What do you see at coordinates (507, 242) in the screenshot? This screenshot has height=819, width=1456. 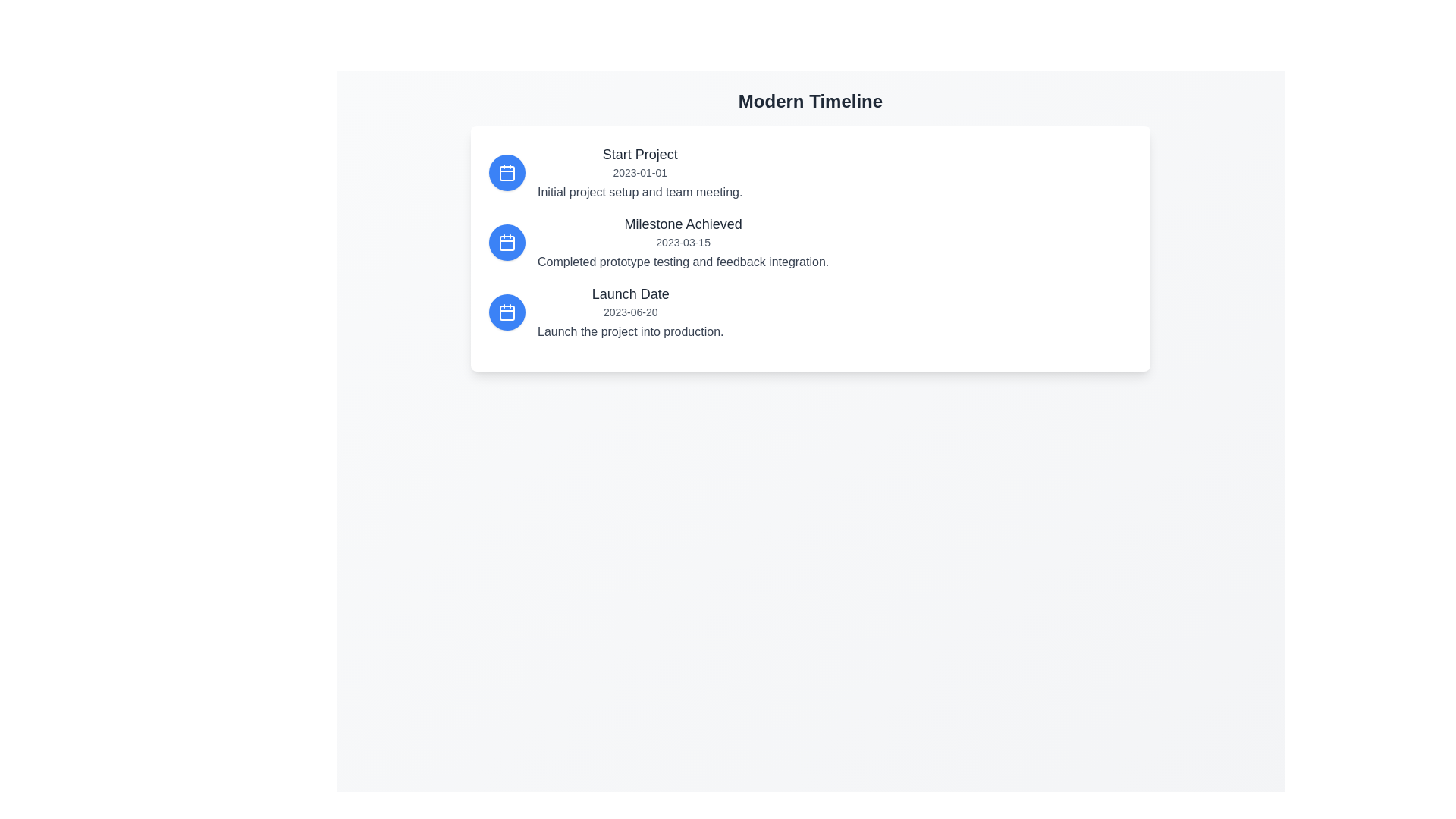 I see `the calendar icon located centrally within the second timeline event titled 'Milestone Achieved'` at bounding box center [507, 242].